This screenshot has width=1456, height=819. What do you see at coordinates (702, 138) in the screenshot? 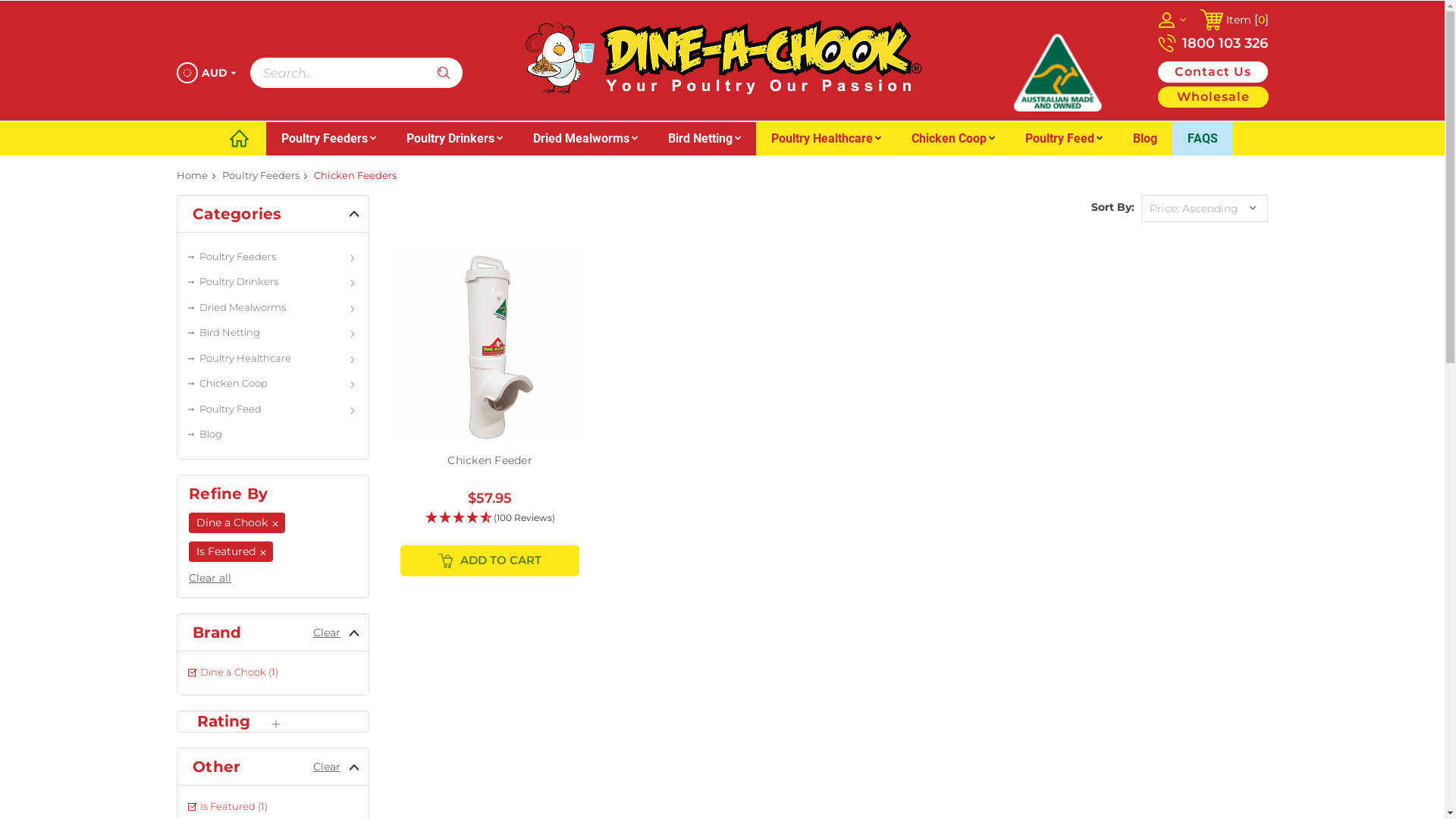
I see `'Bird Netting'` at bounding box center [702, 138].